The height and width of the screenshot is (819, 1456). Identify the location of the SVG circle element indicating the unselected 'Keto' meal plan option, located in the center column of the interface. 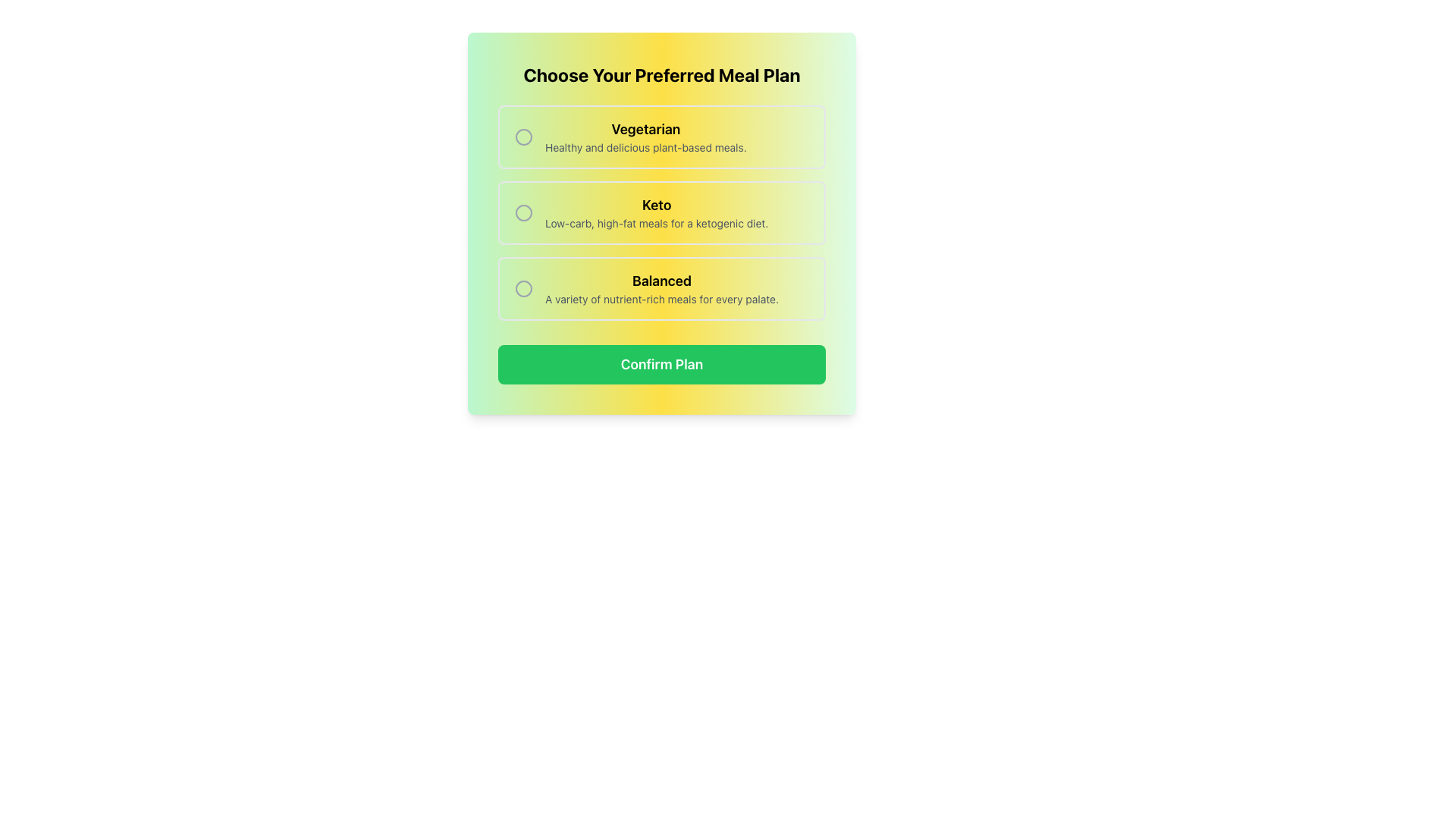
(524, 213).